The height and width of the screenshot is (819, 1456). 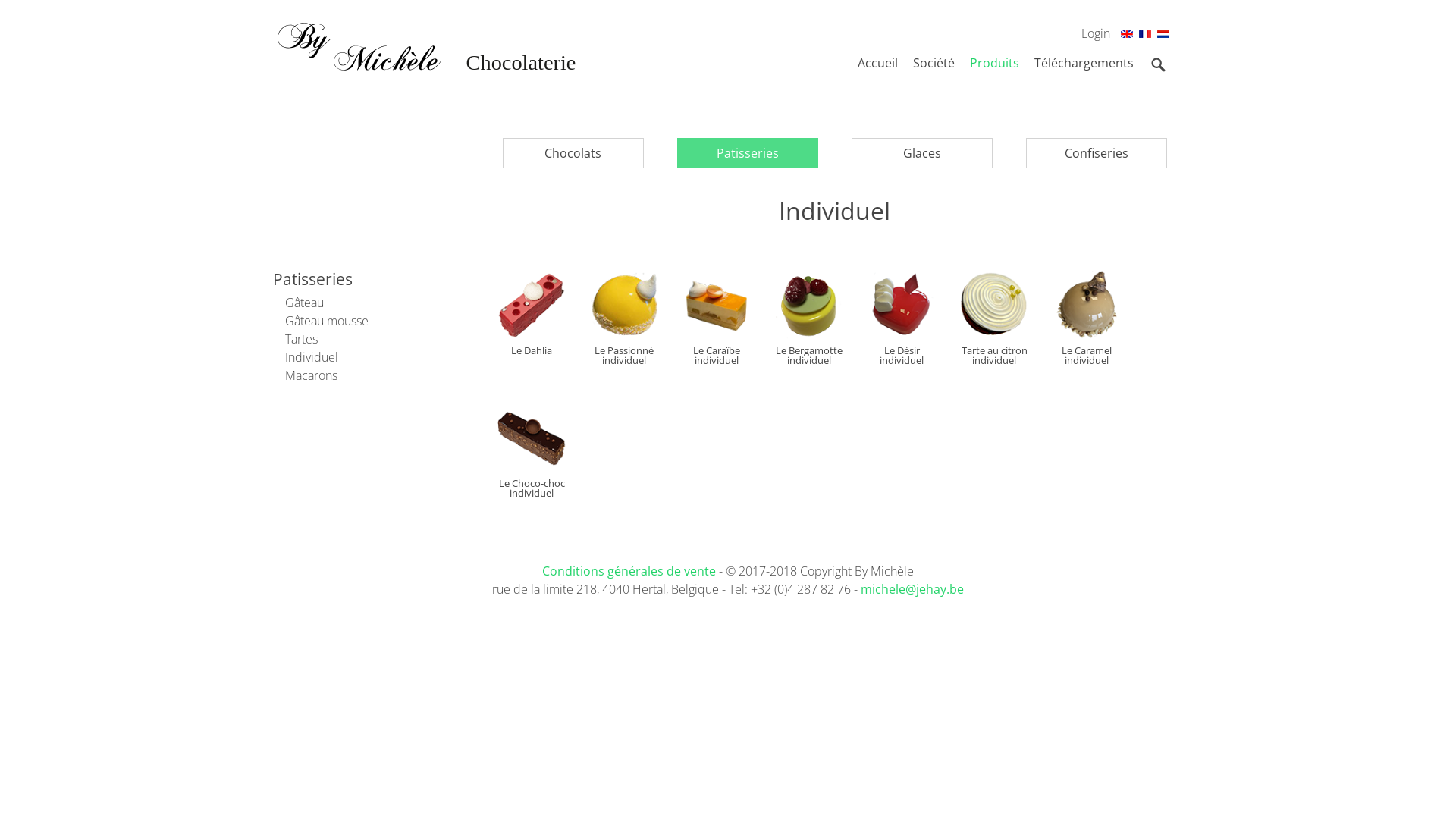 I want to click on 'Confiseries', so click(x=1096, y=152).